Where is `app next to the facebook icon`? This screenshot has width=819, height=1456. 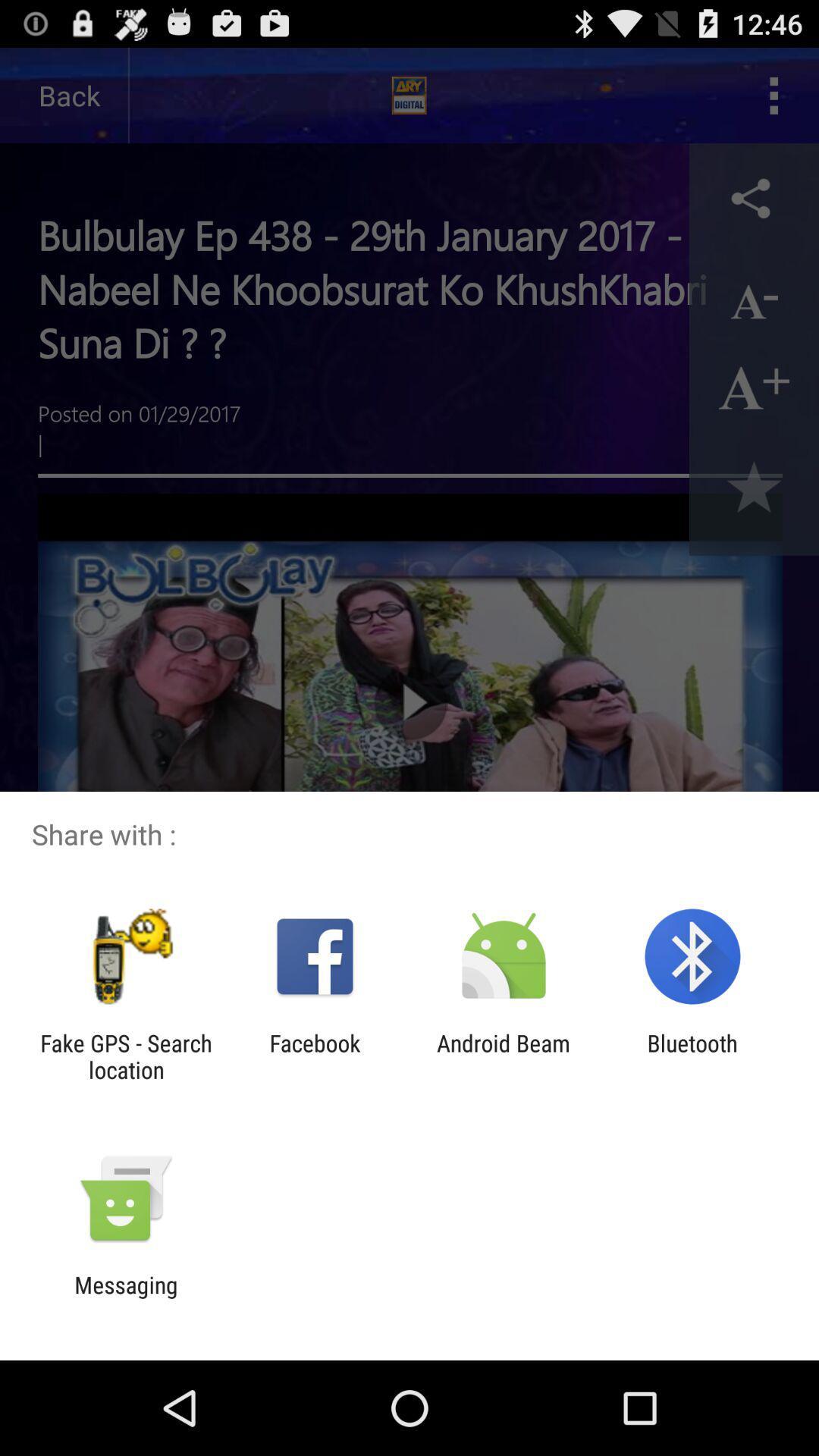 app next to the facebook icon is located at coordinates (125, 1056).